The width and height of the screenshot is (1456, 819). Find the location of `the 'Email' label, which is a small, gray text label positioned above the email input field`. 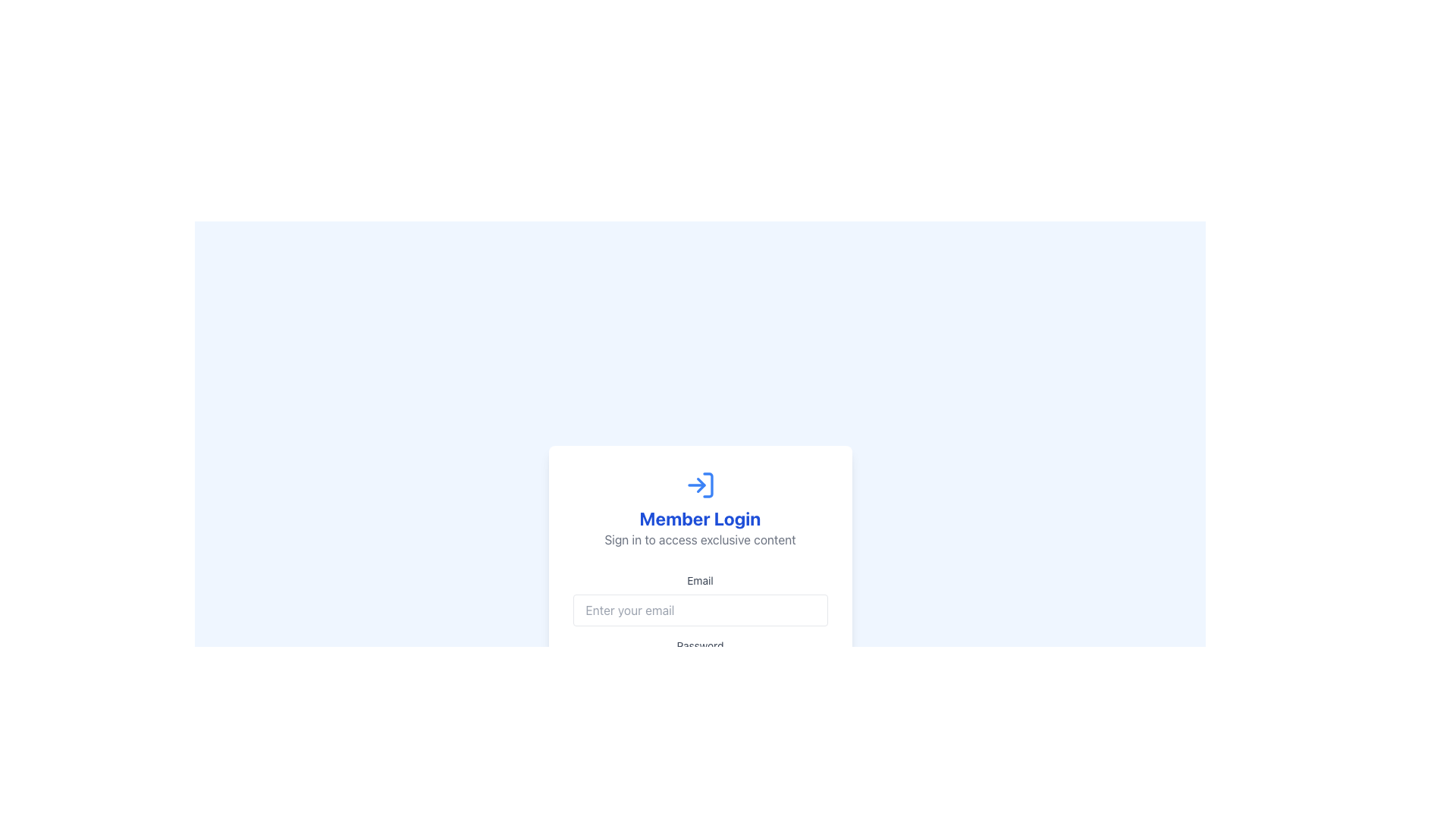

the 'Email' label, which is a small, gray text label positioned above the email input field is located at coordinates (699, 580).